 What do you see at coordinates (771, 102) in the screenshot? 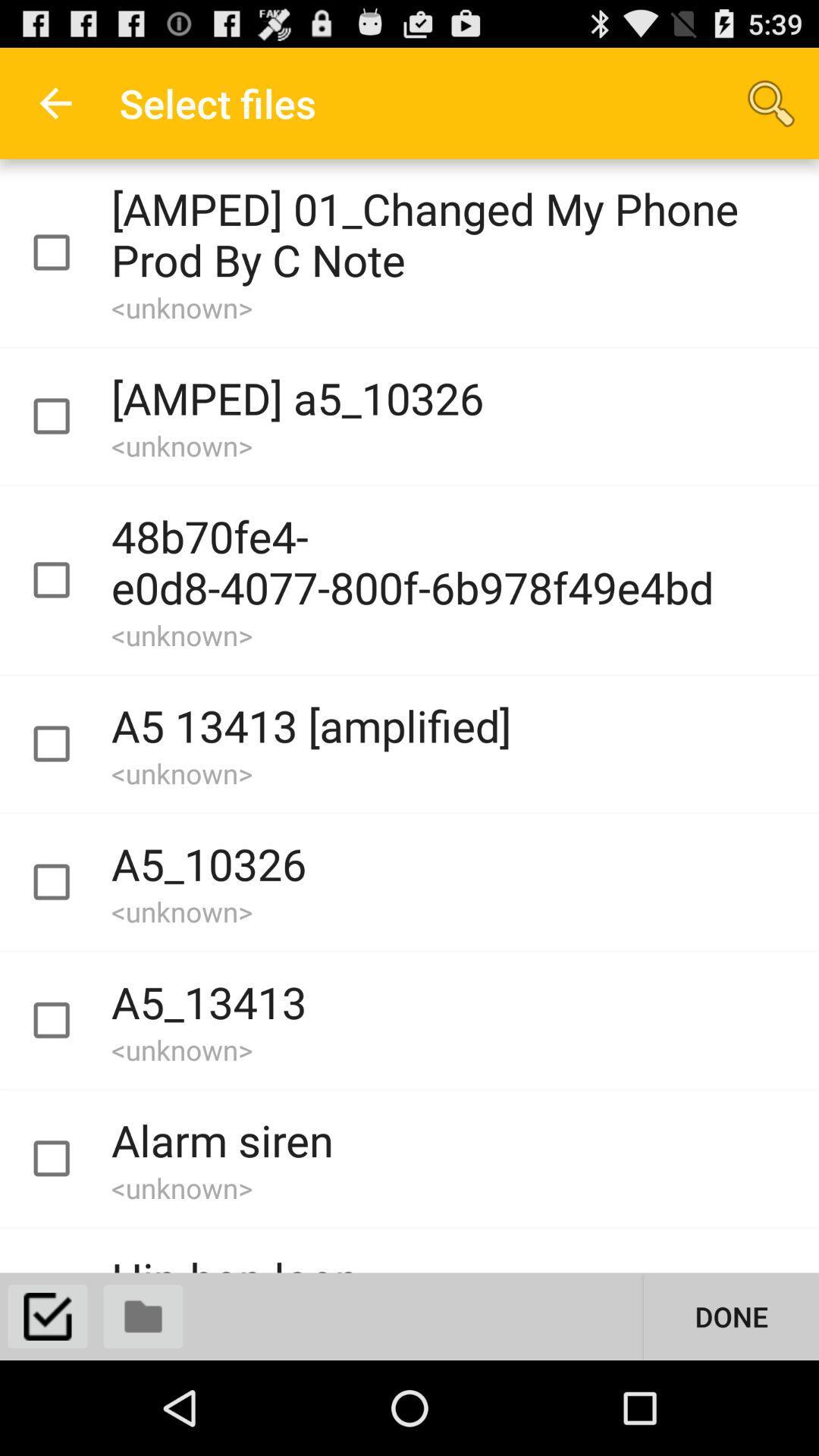
I see `item next to the select files` at bounding box center [771, 102].